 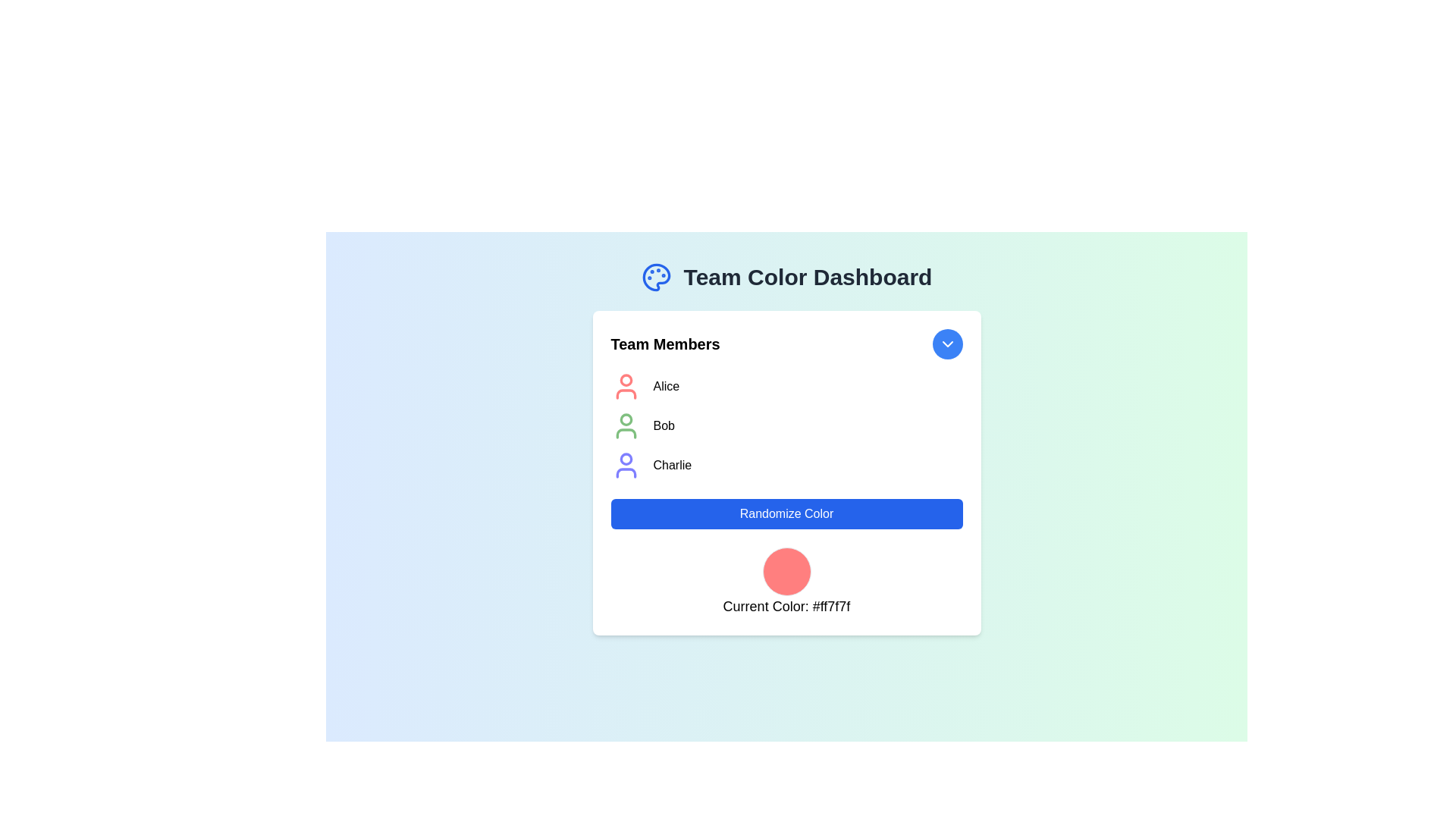 I want to click on the red circular user profile icon representing 'Alice', so click(x=786, y=385).